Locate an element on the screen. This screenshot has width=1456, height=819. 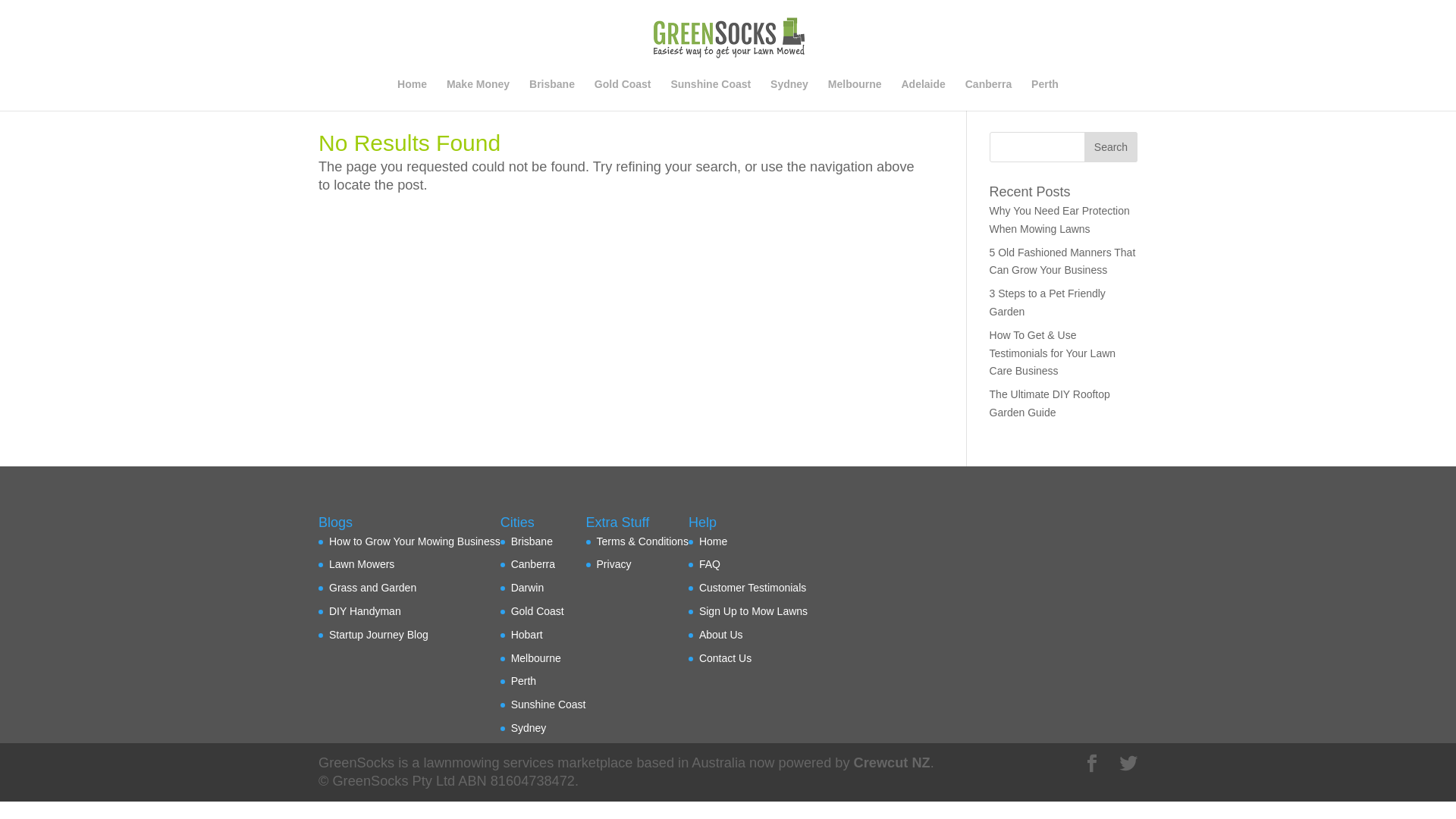
'DIY Handyman' is located at coordinates (365, 610).